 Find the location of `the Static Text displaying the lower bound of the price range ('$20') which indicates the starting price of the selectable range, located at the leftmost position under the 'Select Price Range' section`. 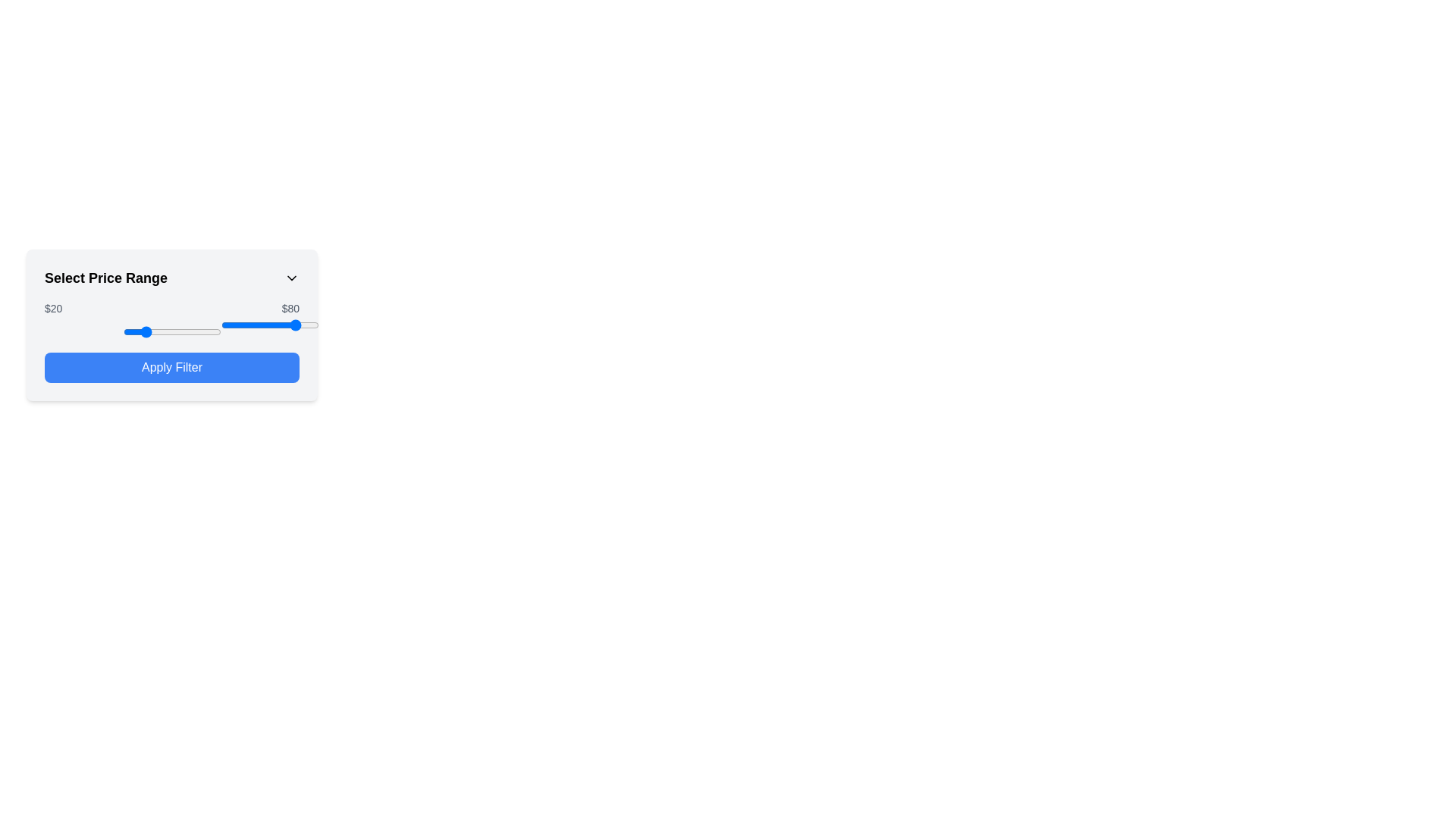

the Static Text displaying the lower bound of the price range ('$20') which indicates the starting price of the selectable range, located at the leftmost position under the 'Select Price Range' section is located at coordinates (53, 308).